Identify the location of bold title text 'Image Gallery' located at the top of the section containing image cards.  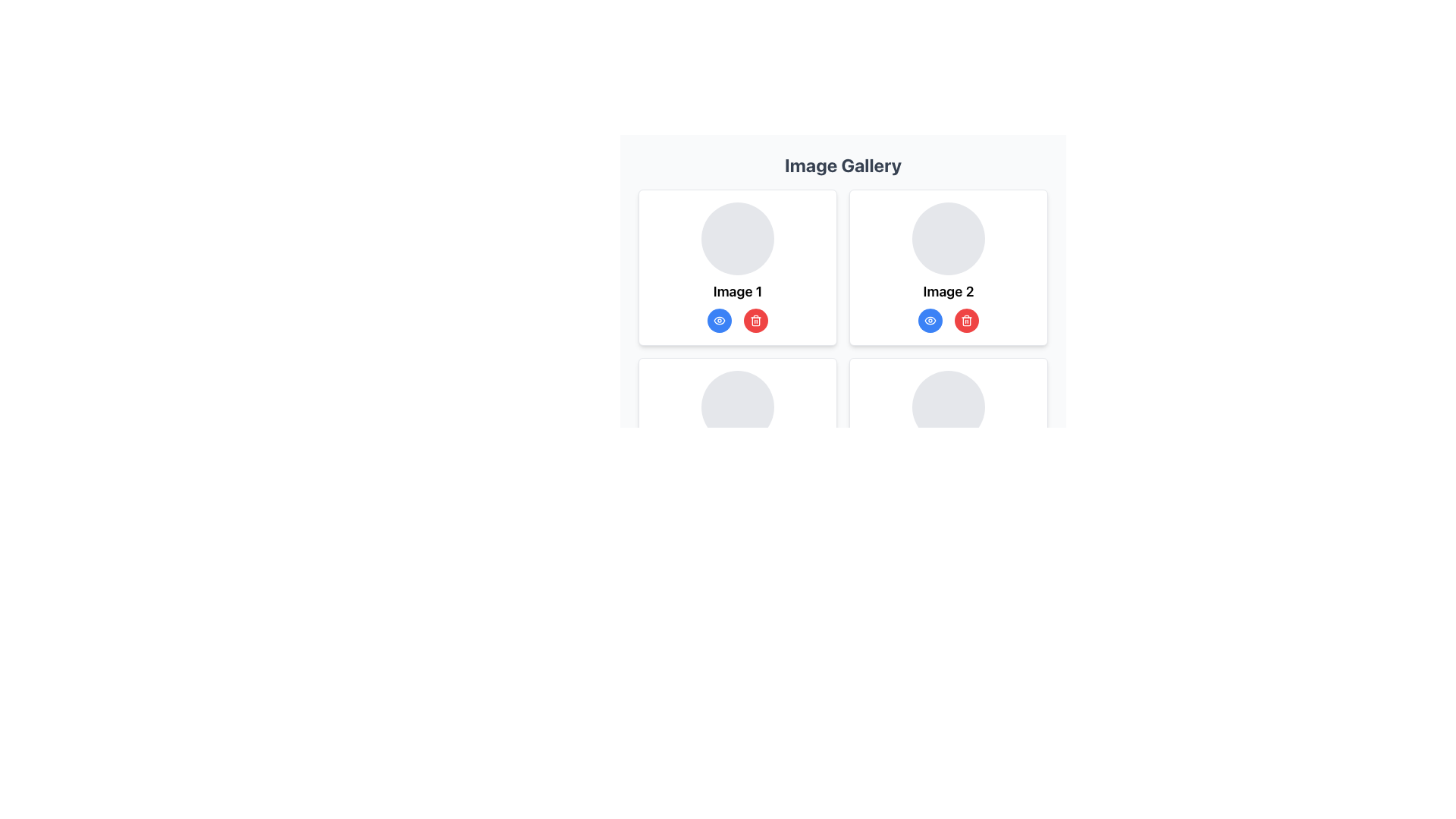
(843, 165).